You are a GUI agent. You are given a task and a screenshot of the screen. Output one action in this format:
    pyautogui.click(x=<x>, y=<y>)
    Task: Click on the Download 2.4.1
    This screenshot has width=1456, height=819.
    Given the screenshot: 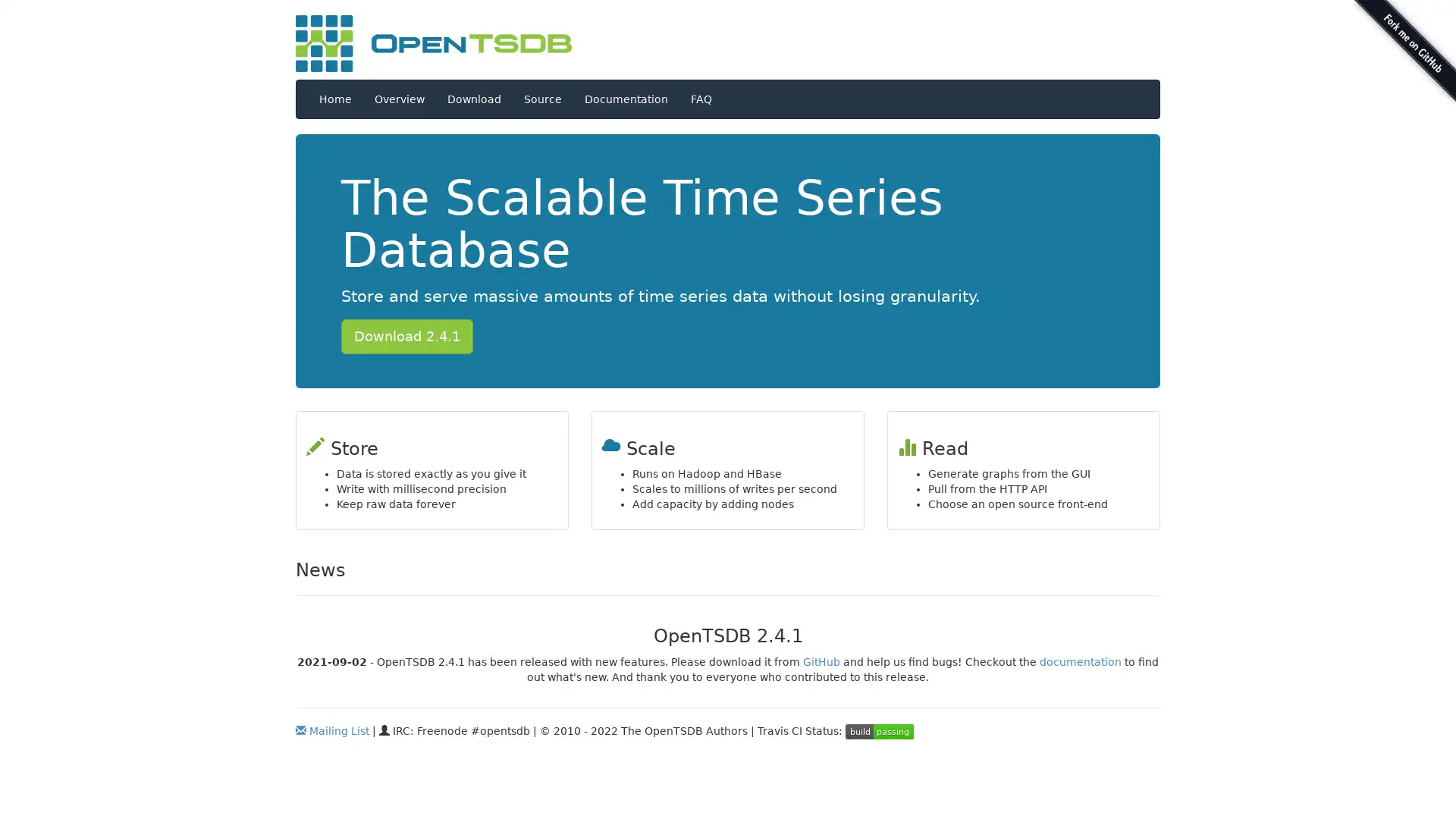 What is the action you would take?
    pyautogui.click(x=407, y=335)
    